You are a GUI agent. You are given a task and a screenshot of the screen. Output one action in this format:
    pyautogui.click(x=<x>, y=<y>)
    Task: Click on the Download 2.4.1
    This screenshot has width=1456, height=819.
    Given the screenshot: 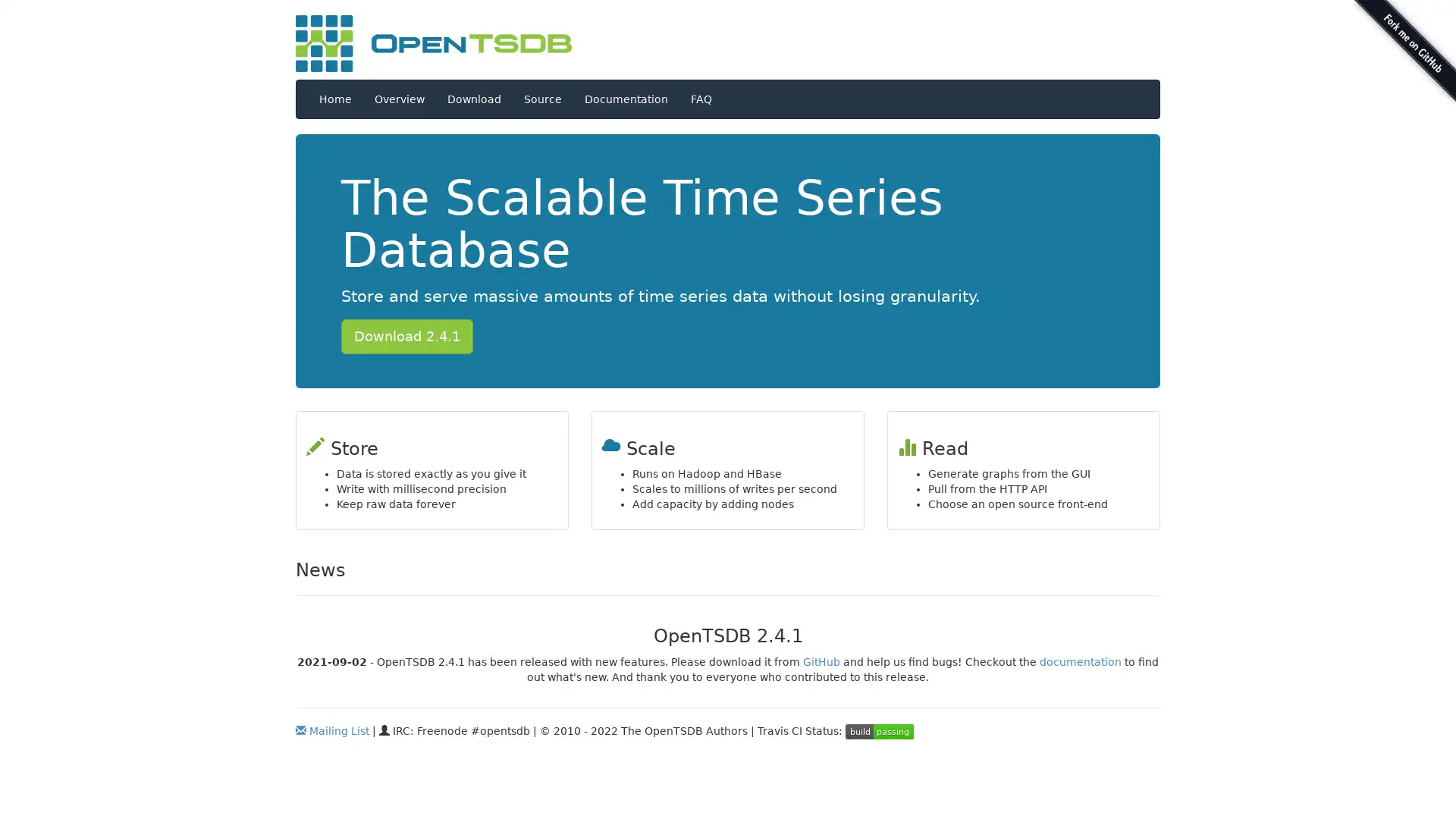 What is the action you would take?
    pyautogui.click(x=407, y=335)
    